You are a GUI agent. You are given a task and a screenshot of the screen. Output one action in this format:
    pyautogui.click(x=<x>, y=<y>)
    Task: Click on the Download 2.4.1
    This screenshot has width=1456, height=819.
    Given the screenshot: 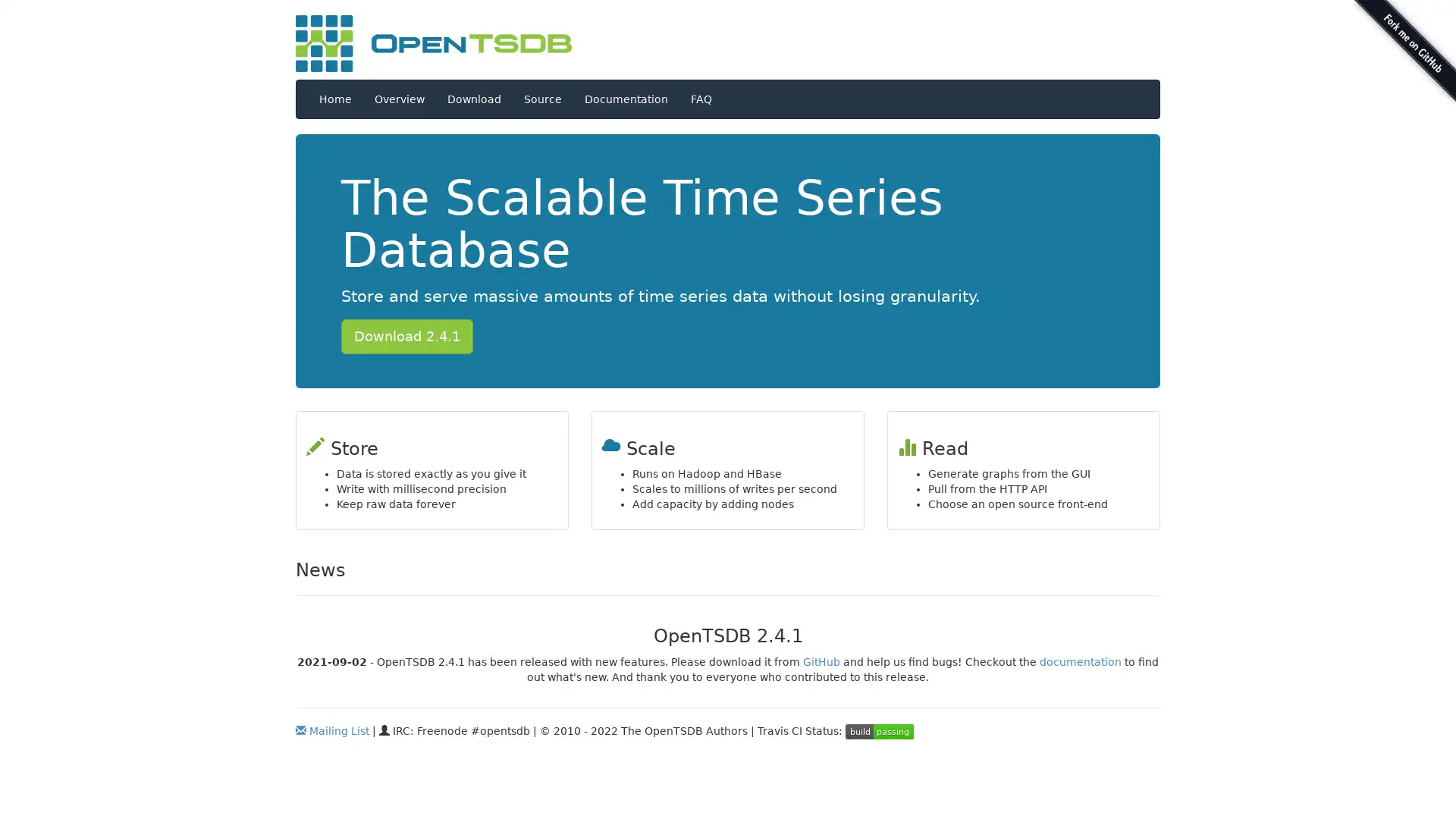 What is the action you would take?
    pyautogui.click(x=407, y=335)
    